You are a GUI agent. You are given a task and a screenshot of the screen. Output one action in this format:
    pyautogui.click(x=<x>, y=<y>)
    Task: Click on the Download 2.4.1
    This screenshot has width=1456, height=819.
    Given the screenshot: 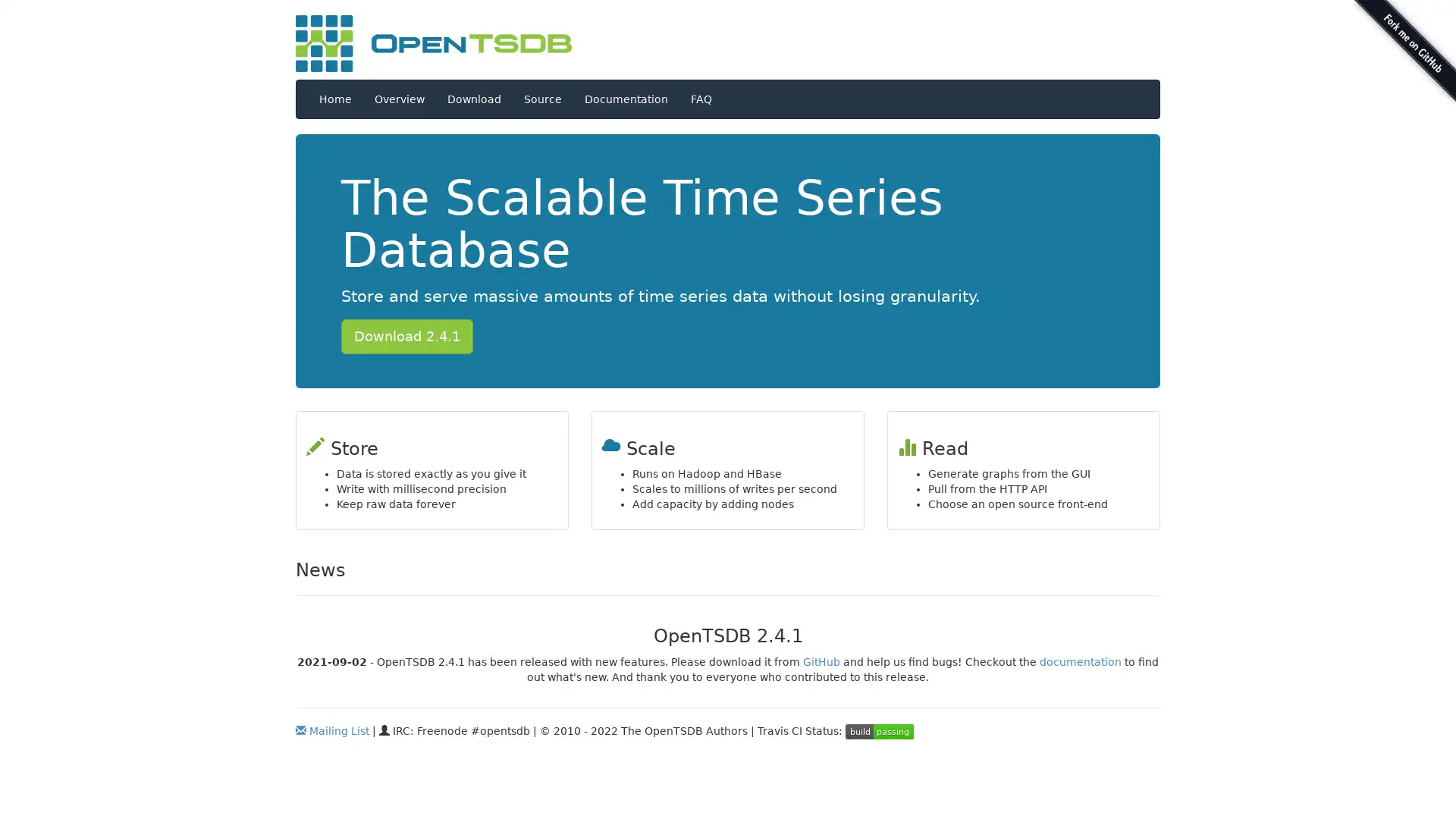 What is the action you would take?
    pyautogui.click(x=407, y=335)
    